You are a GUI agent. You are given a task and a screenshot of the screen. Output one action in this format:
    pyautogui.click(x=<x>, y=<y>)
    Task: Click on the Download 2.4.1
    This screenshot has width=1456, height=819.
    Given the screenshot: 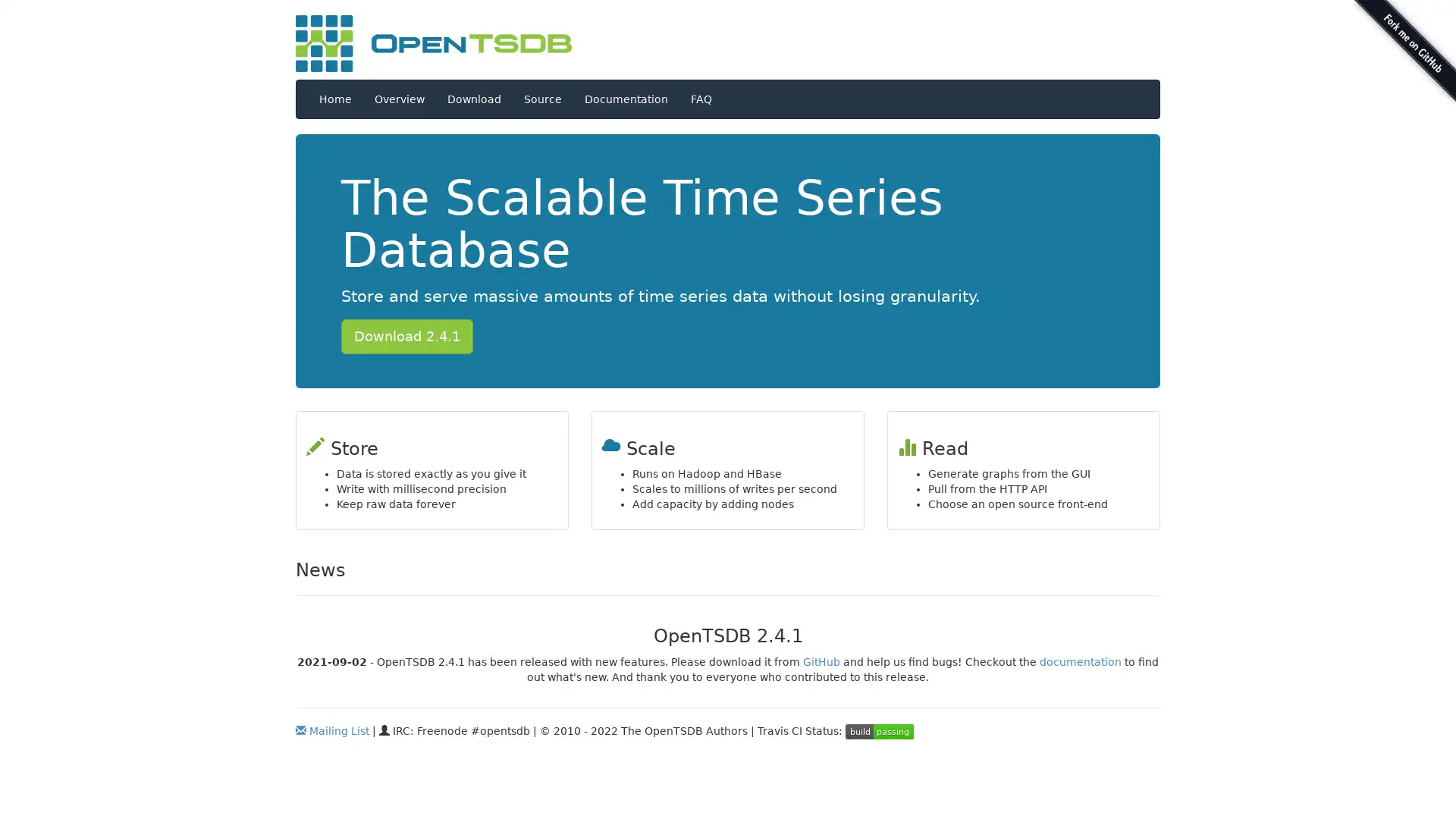 What is the action you would take?
    pyautogui.click(x=407, y=335)
    